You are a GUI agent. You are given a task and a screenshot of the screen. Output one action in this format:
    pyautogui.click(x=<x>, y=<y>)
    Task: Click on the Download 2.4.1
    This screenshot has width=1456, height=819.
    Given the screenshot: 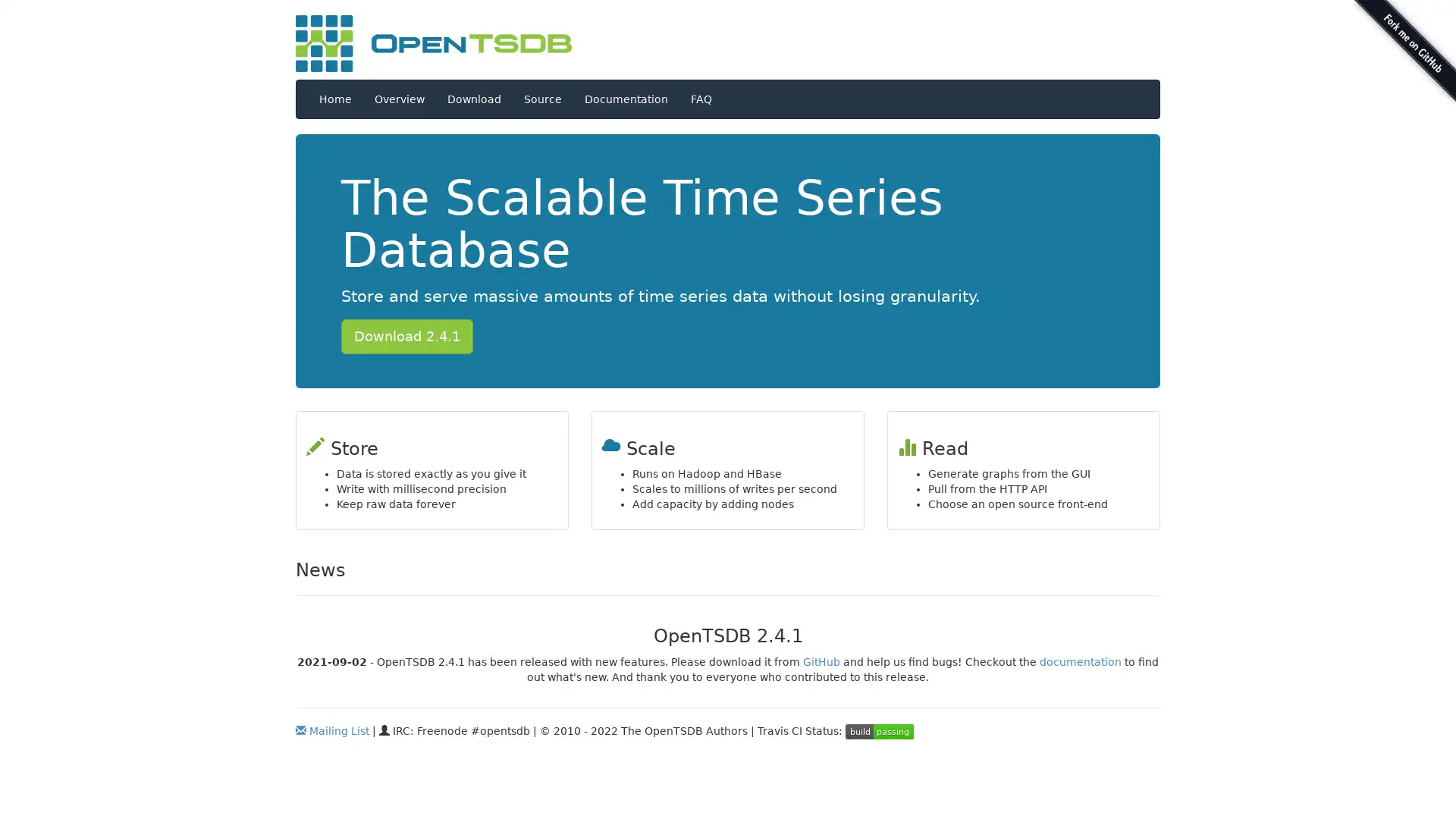 What is the action you would take?
    pyautogui.click(x=407, y=335)
    